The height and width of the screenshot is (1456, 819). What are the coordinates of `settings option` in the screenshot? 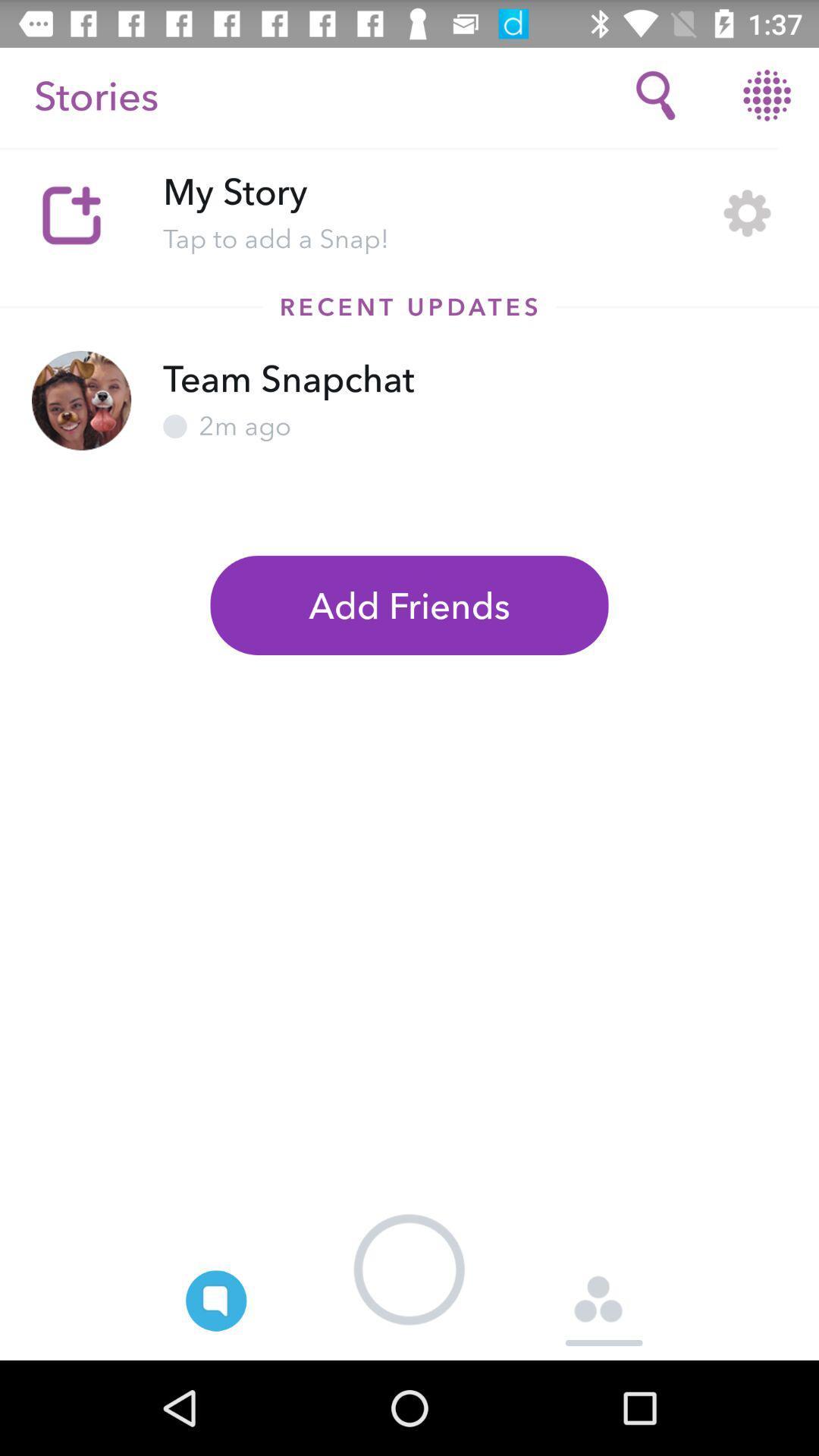 It's located at (746, 212).